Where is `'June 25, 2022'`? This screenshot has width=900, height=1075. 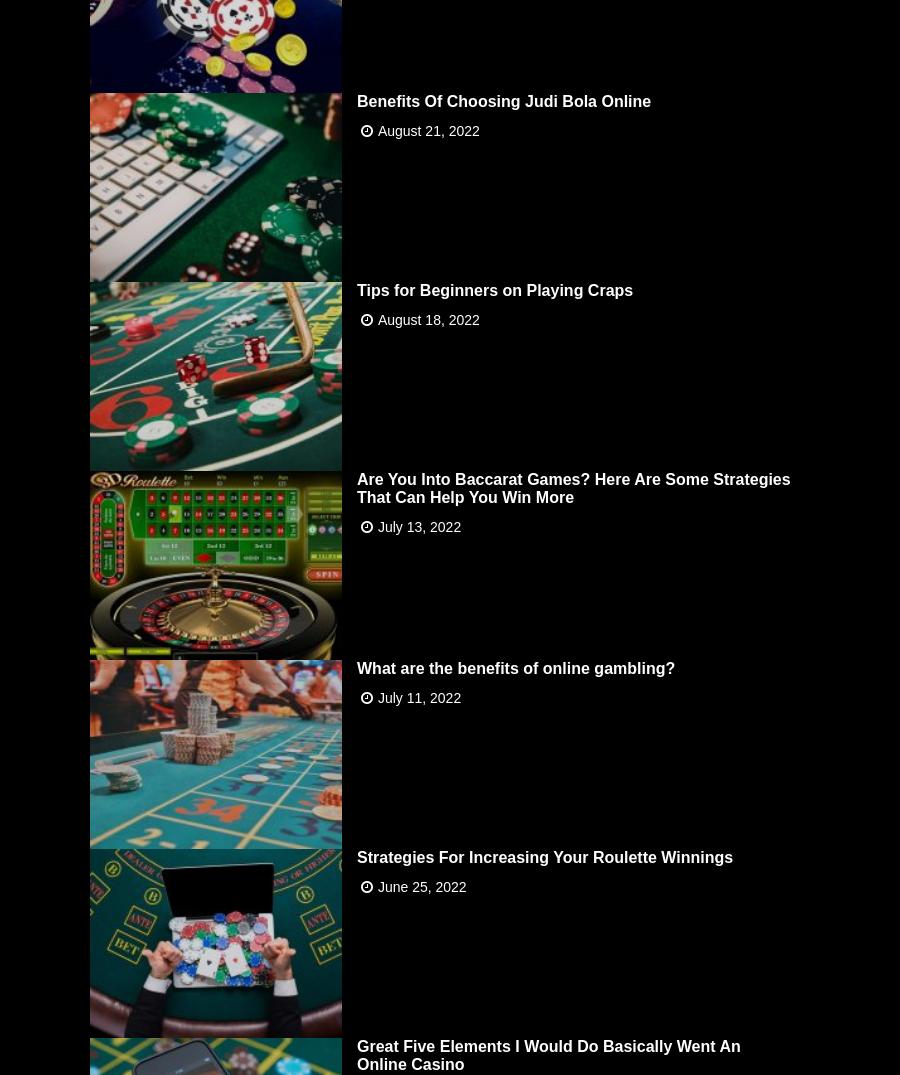 'June 25, 2022' is located at coordinates (421, 884).